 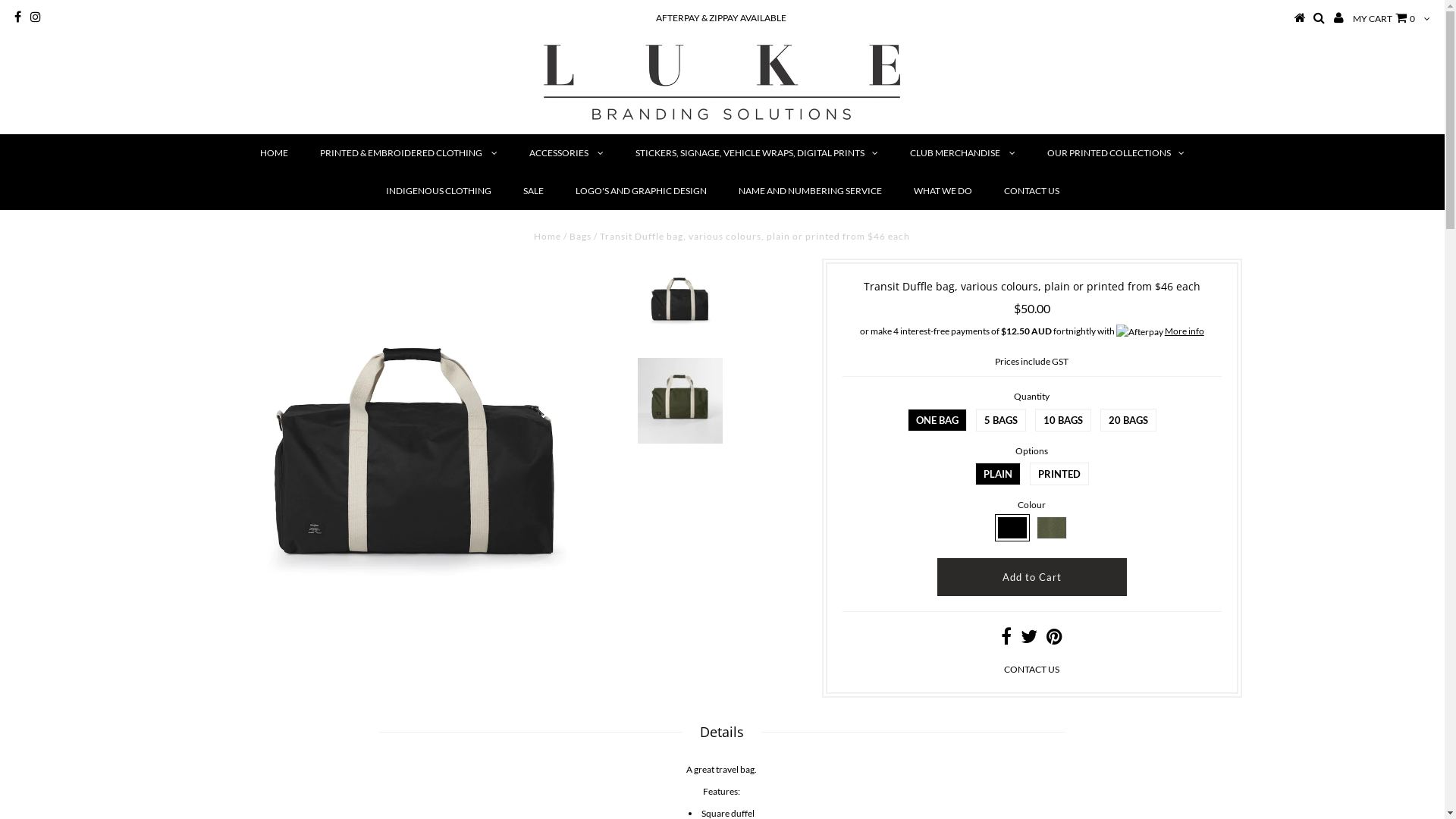 I want to click on 'Home', so click(x=546, y=236).